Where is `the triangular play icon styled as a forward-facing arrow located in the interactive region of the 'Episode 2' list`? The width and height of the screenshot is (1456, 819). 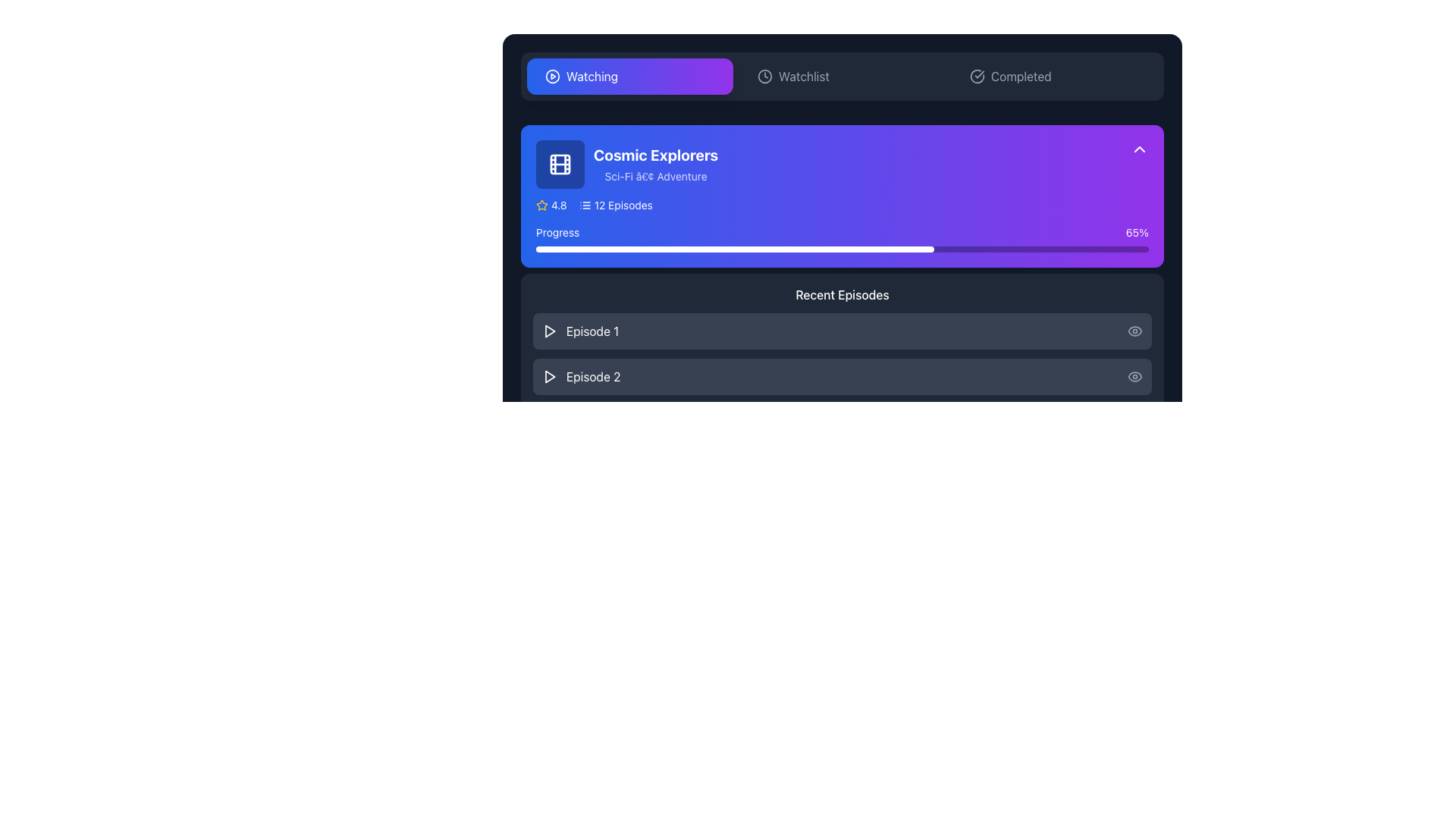 the triangular play icon styled as a forward-facing arrow located in the interactive region of the 'Episode 2' list is located at coordinates (549, 376).